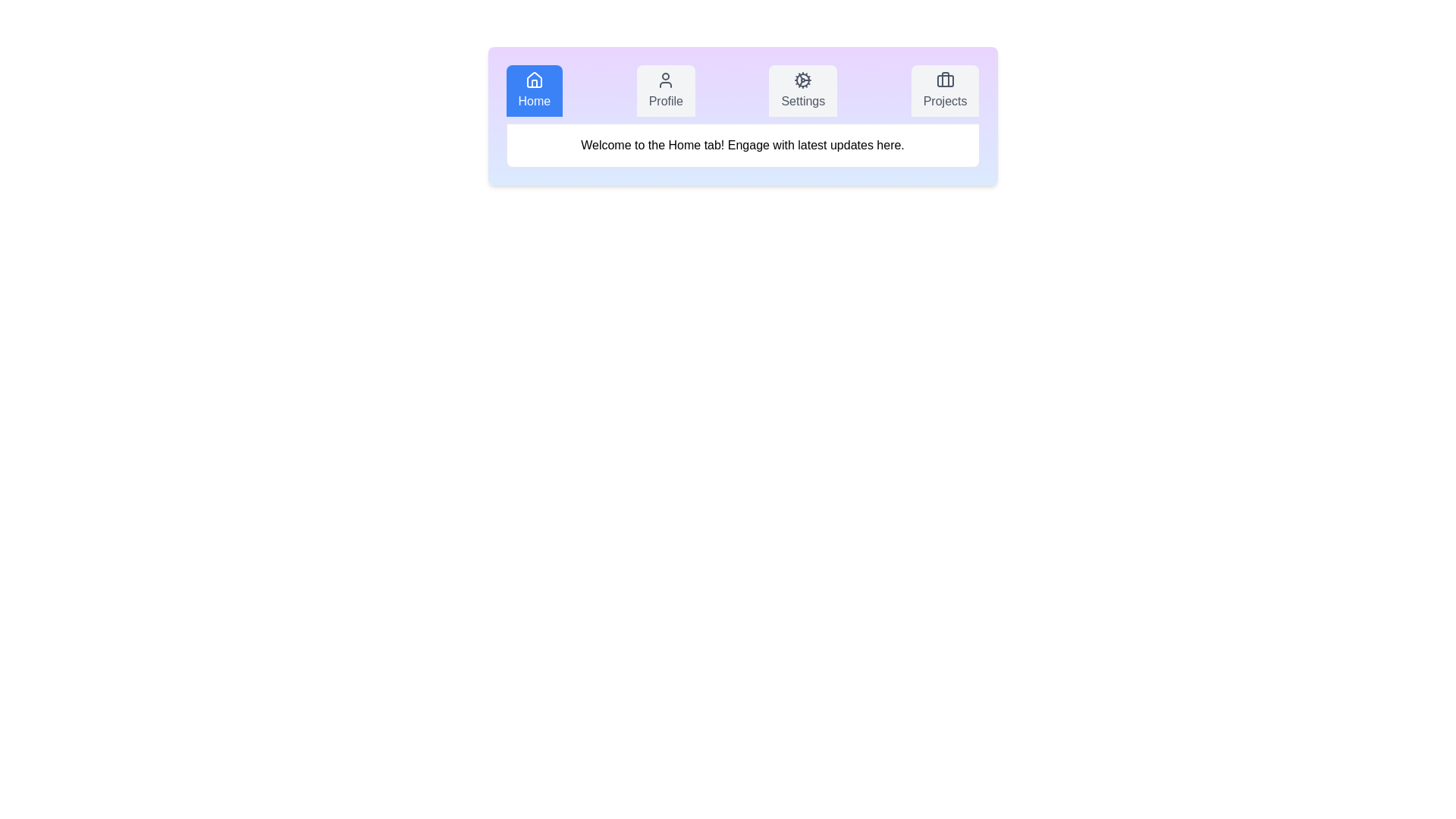  I want to click on the 'Projects' icon in the navigation bar, so click(944, 80).